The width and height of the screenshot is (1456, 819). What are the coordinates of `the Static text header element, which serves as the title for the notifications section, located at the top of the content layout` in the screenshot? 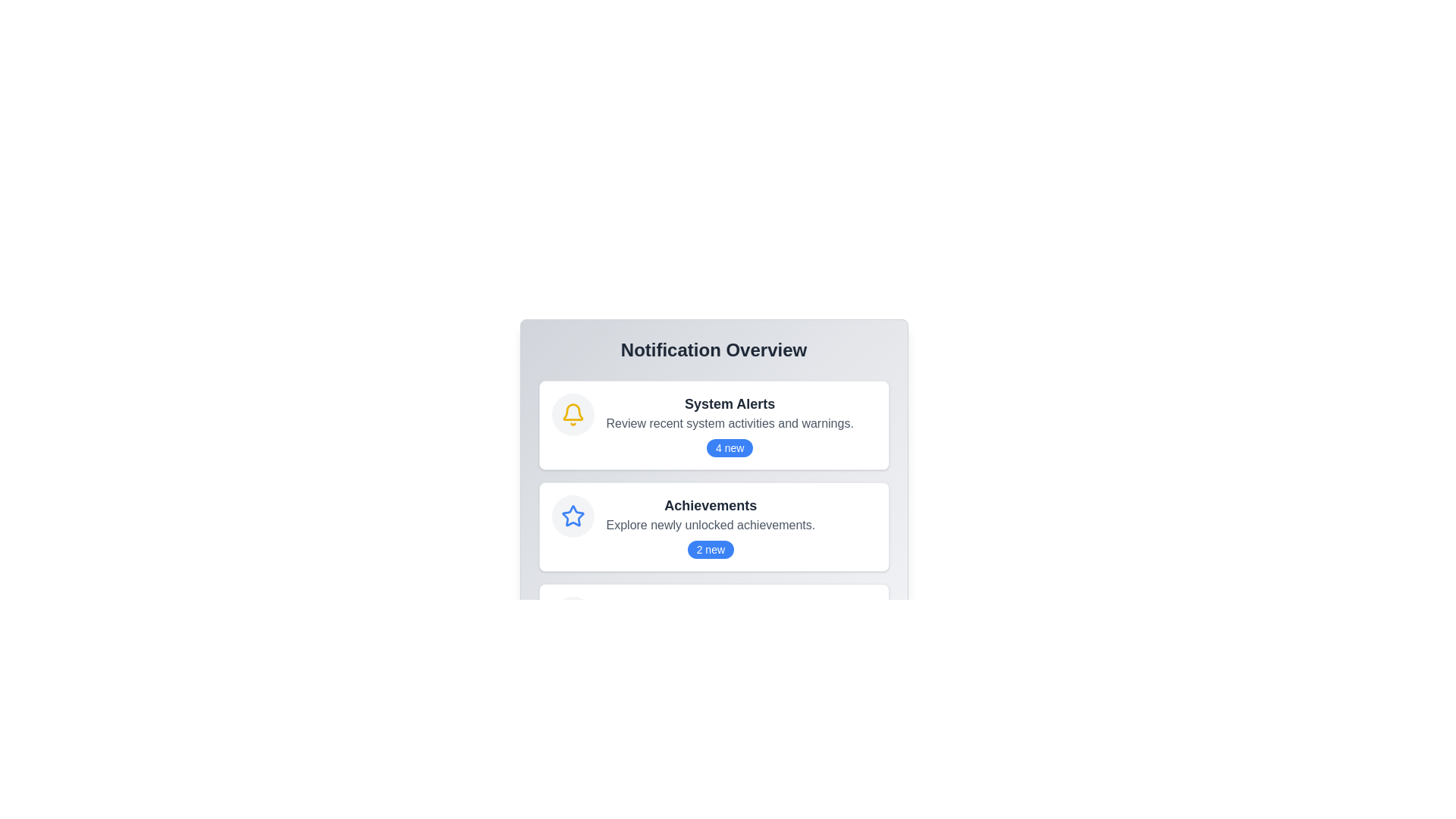 It's located at (713, 350).